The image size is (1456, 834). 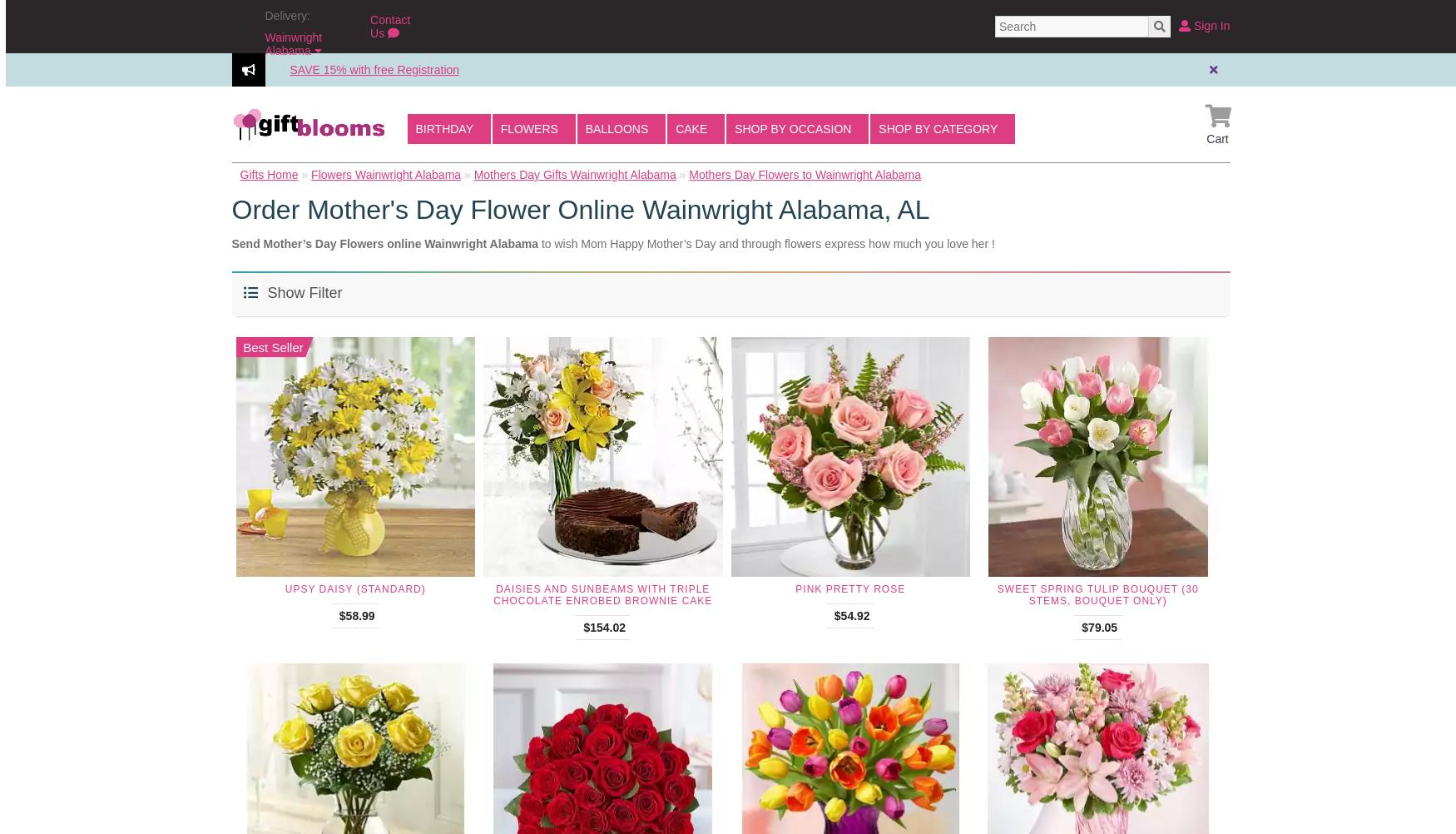 I want to click on 'USA', so click(x=306, y=87).